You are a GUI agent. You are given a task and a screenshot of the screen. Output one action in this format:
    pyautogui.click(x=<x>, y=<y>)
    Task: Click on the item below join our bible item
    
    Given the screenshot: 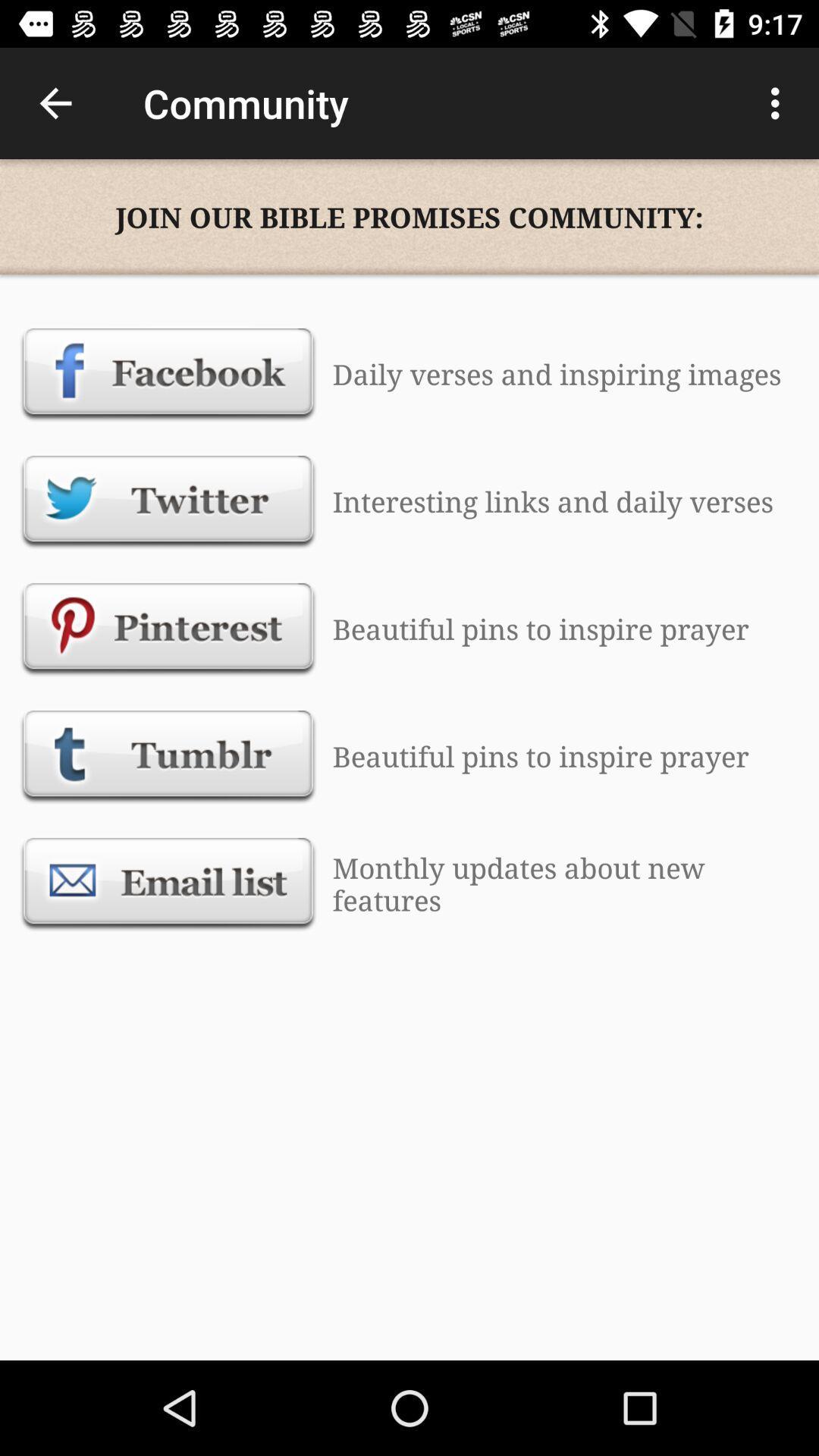 What is the action you would take?
    pyautogui.click(x=168, y=374)
    